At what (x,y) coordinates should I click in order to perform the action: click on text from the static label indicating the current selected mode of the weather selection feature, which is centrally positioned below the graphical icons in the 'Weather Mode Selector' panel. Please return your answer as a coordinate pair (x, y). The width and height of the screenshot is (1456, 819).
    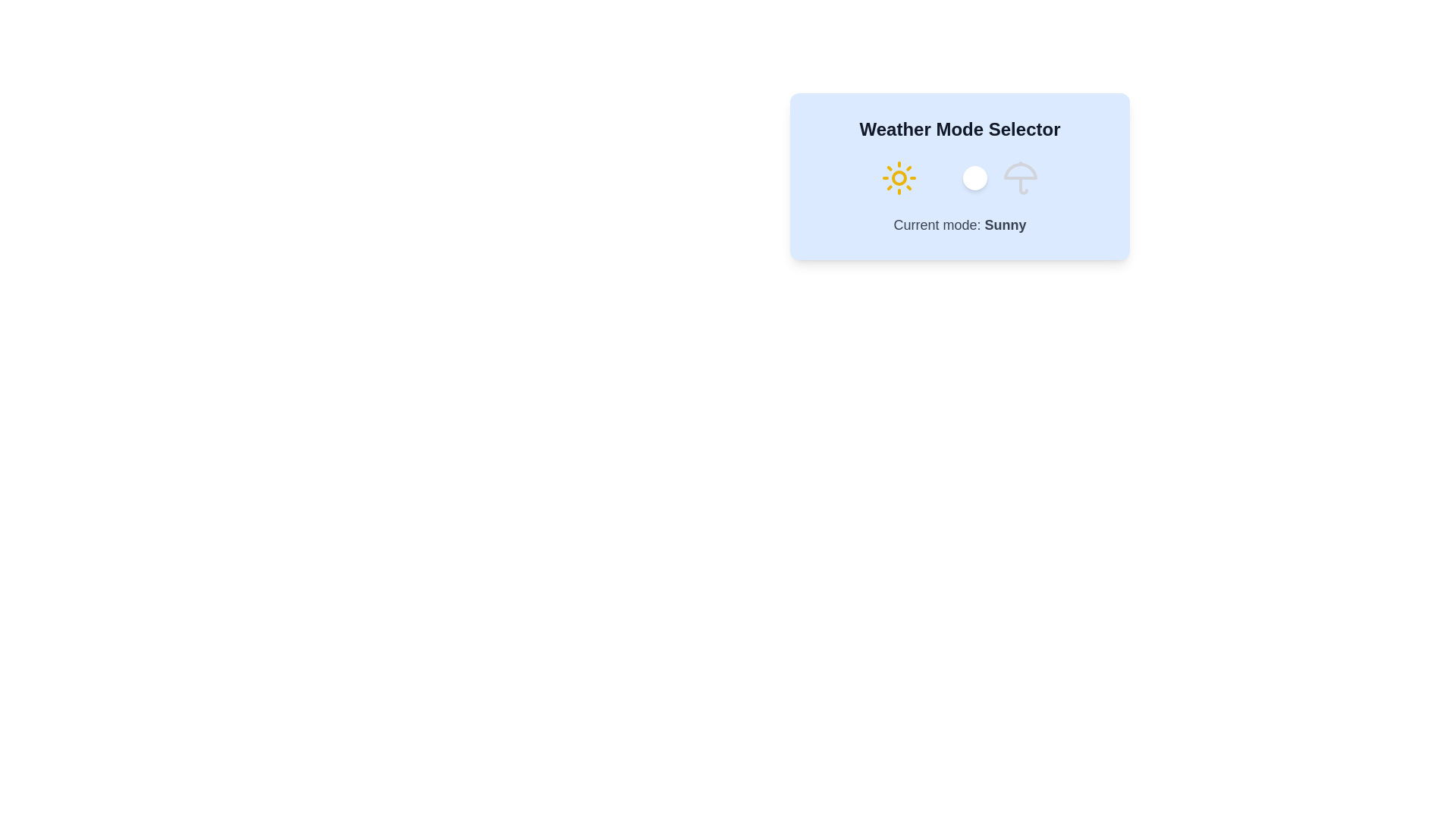
    Looking at the image, I should click on (959, 225).